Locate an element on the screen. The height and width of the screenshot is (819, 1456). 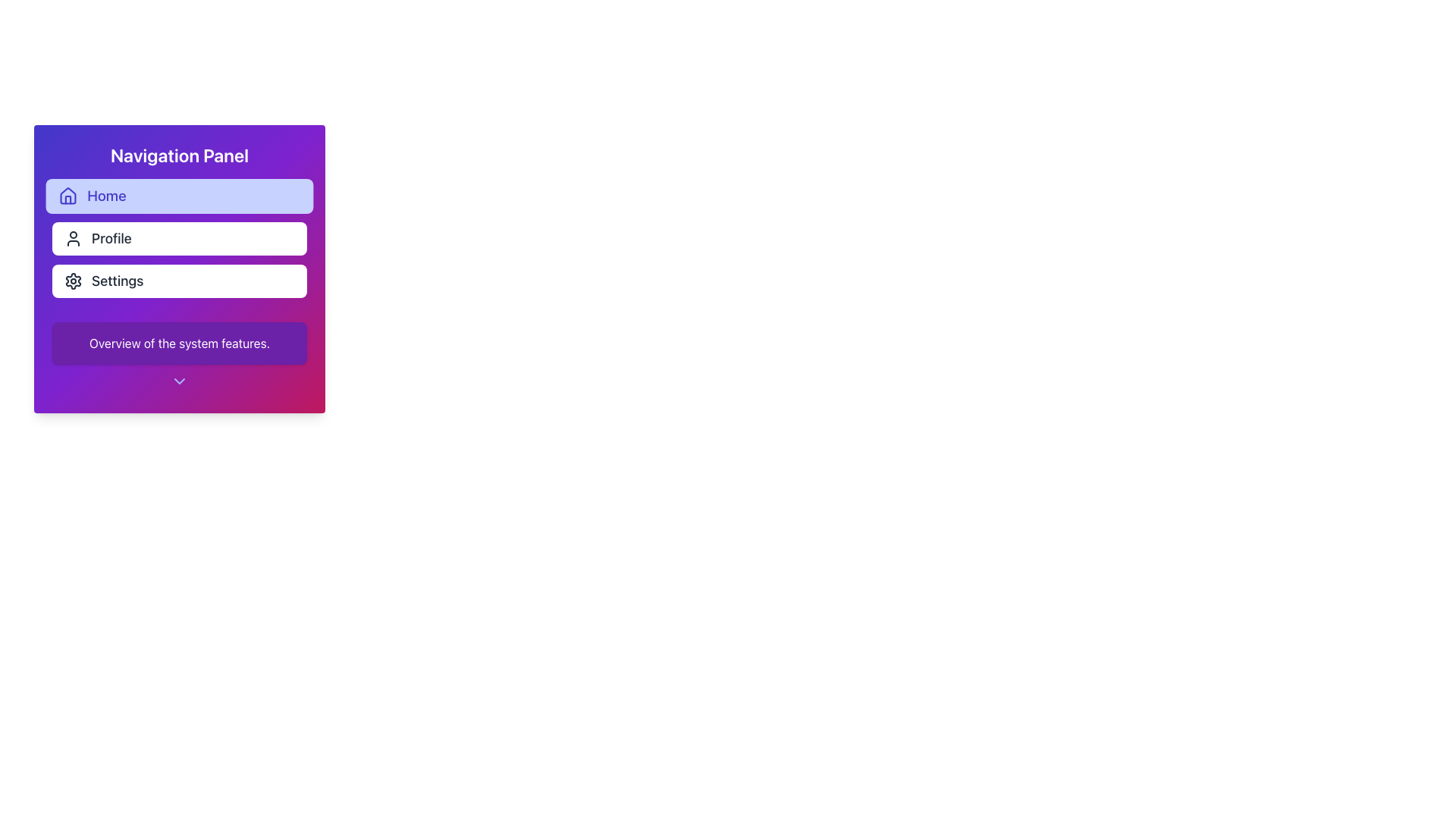
the first button in the vertical stack of three buttons in the navigation panel is located at coordinates (179, 195).